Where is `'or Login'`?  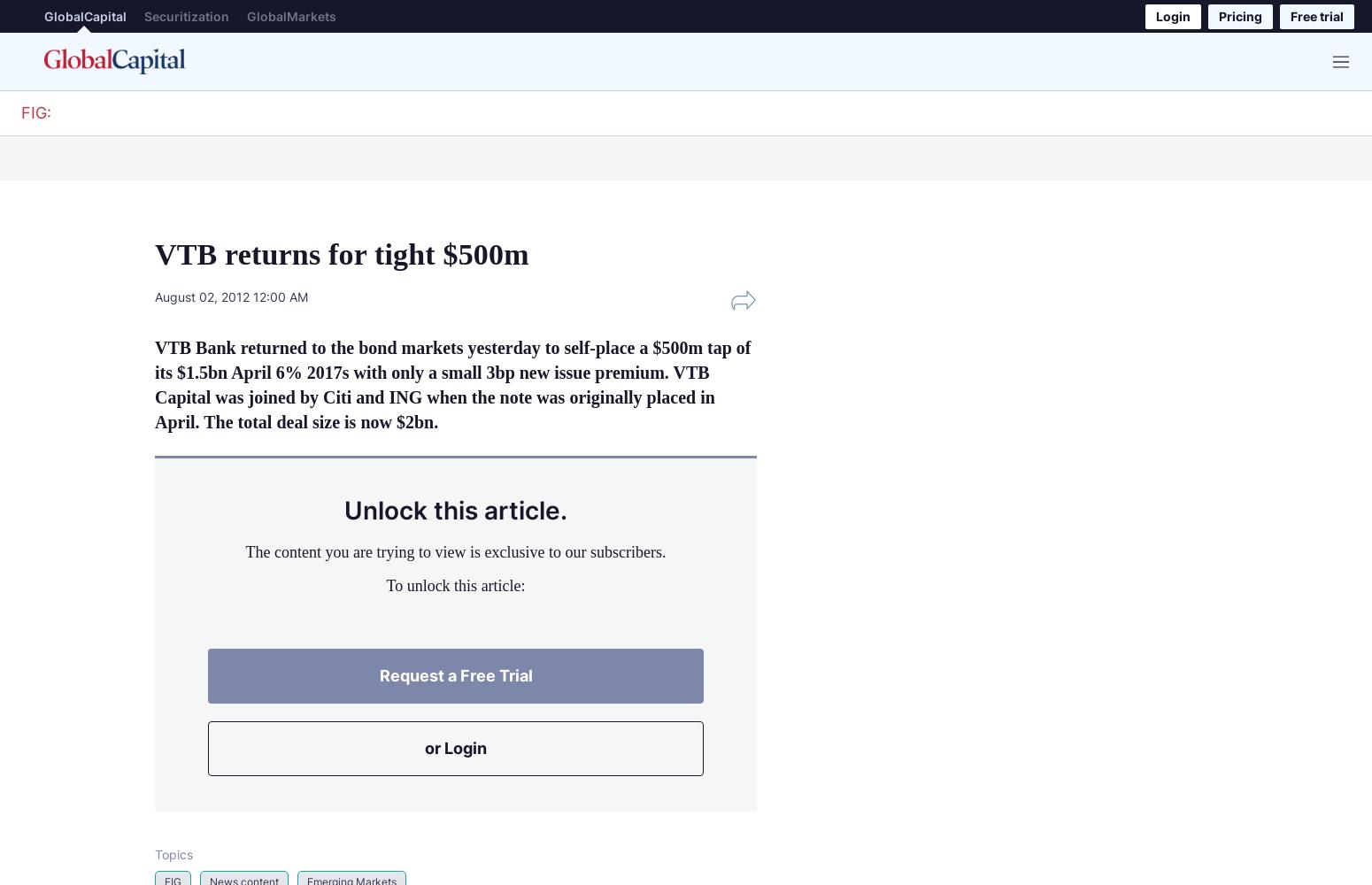 'or Login' is located at coordinates (455, 746).